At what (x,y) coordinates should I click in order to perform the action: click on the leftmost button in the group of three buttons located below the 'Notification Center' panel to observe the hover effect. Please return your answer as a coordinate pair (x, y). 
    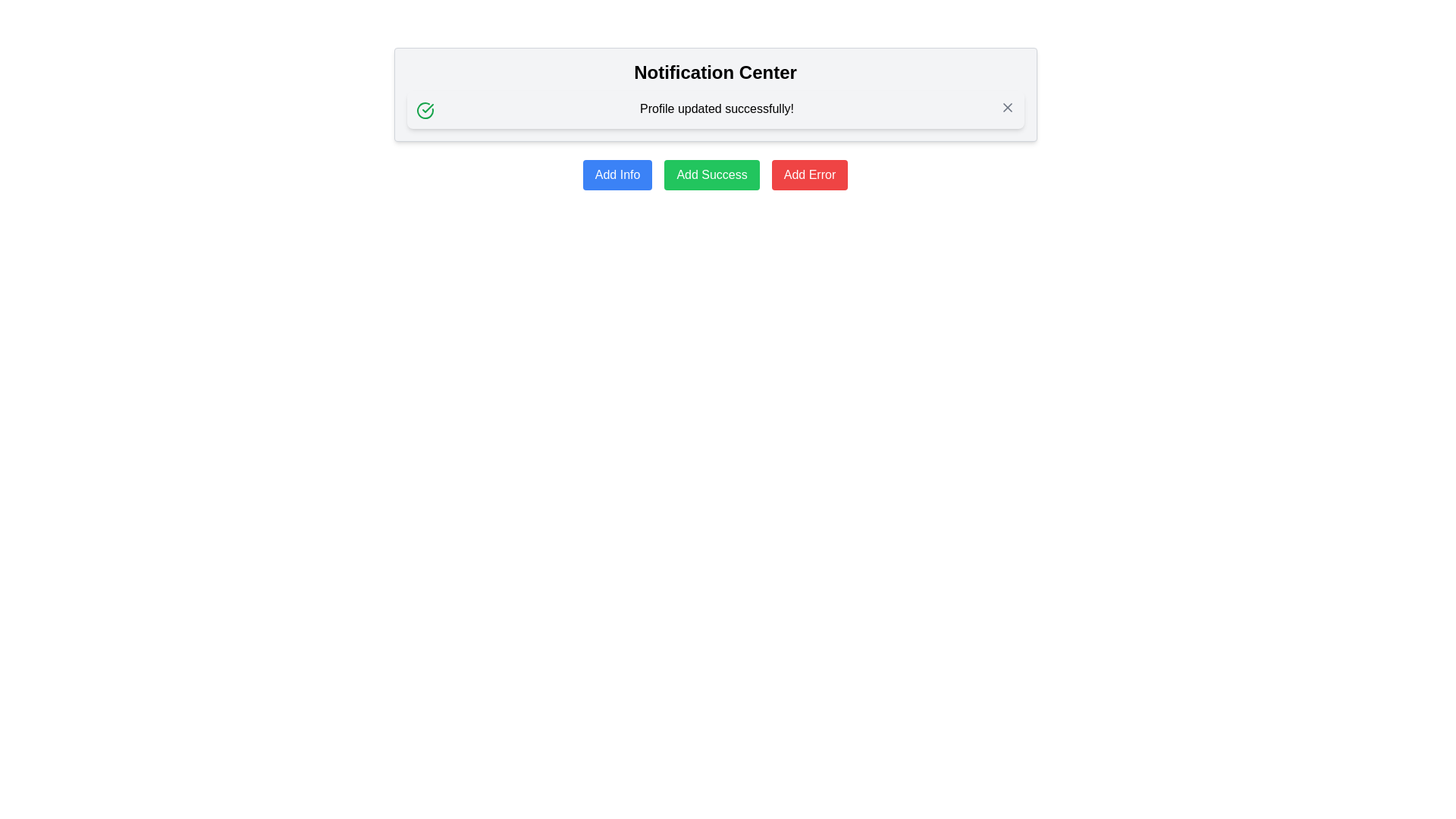
    Looking at the image, I should click on (617, 174).